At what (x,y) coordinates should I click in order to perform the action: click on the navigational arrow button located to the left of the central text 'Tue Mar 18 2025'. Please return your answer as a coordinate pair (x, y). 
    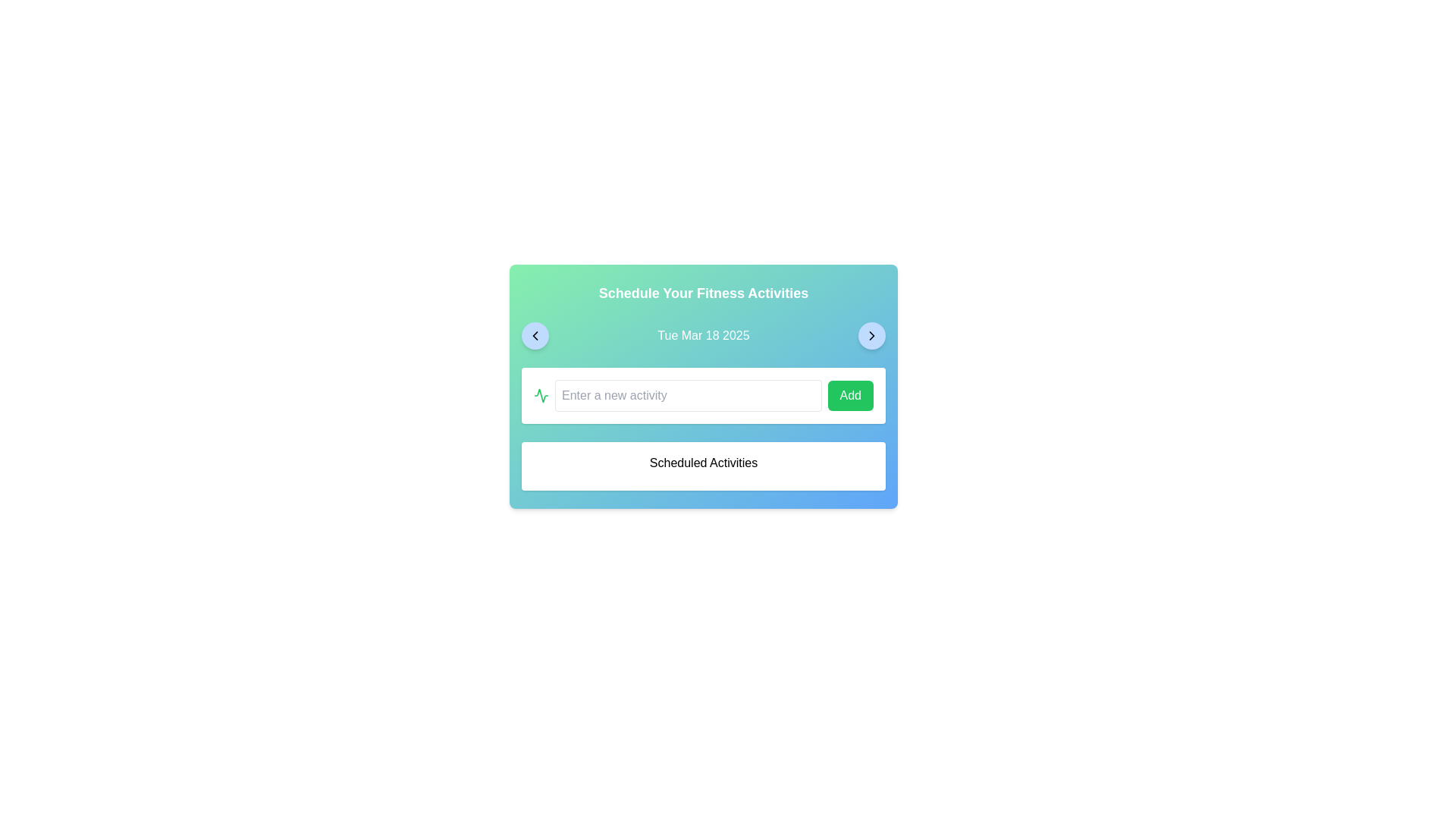
    Looking at the image, I should click on (535, 335).